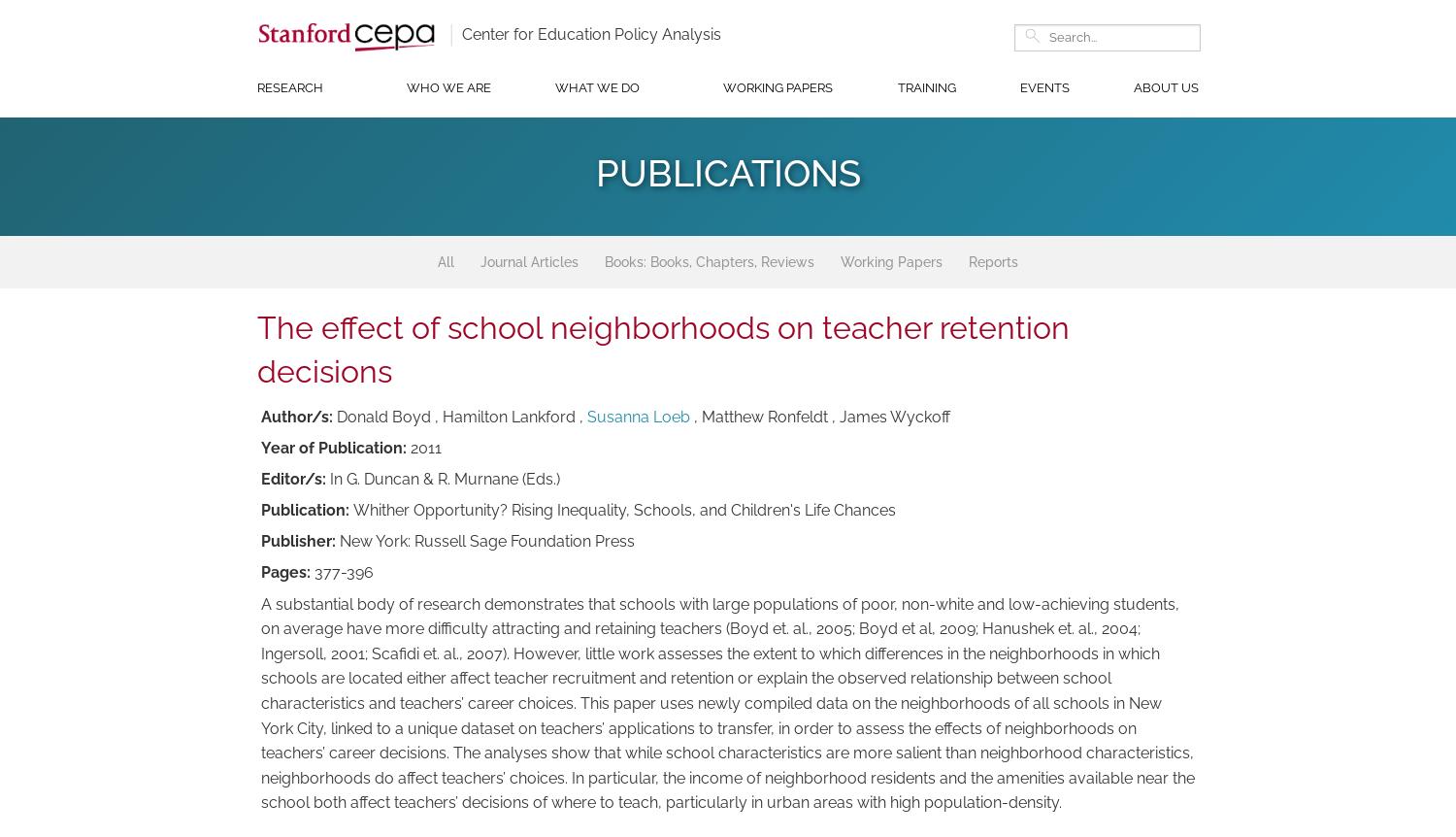 This screenshot has width=1456, height=837. What do you see at coordinates (306, 508) in the screenshot?
I see `'Publication:'` at bounding box center [306, 508].